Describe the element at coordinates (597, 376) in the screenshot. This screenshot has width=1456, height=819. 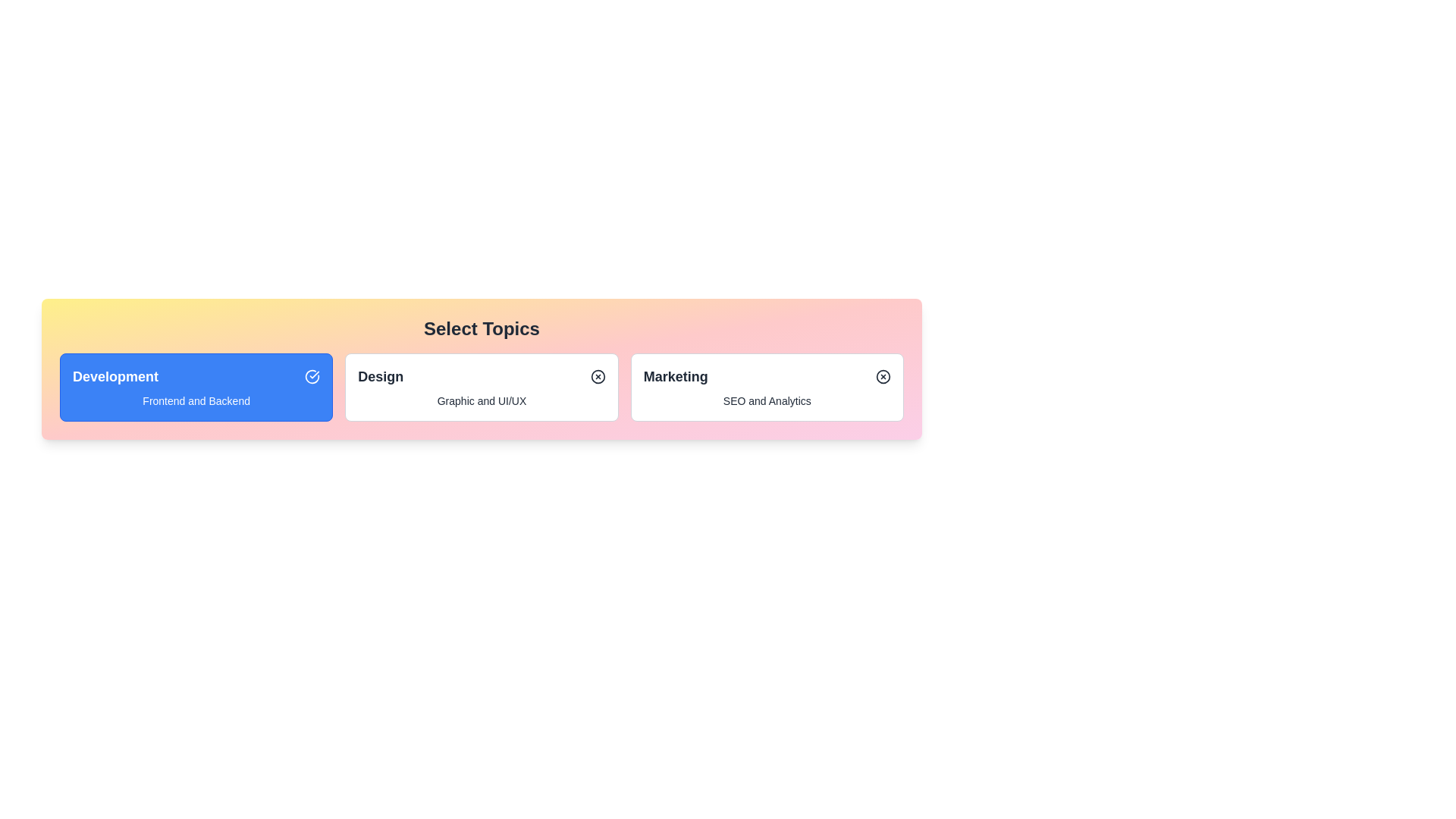
I see `the icon within the chip labeled 'Design' to toggle its state` at that location.